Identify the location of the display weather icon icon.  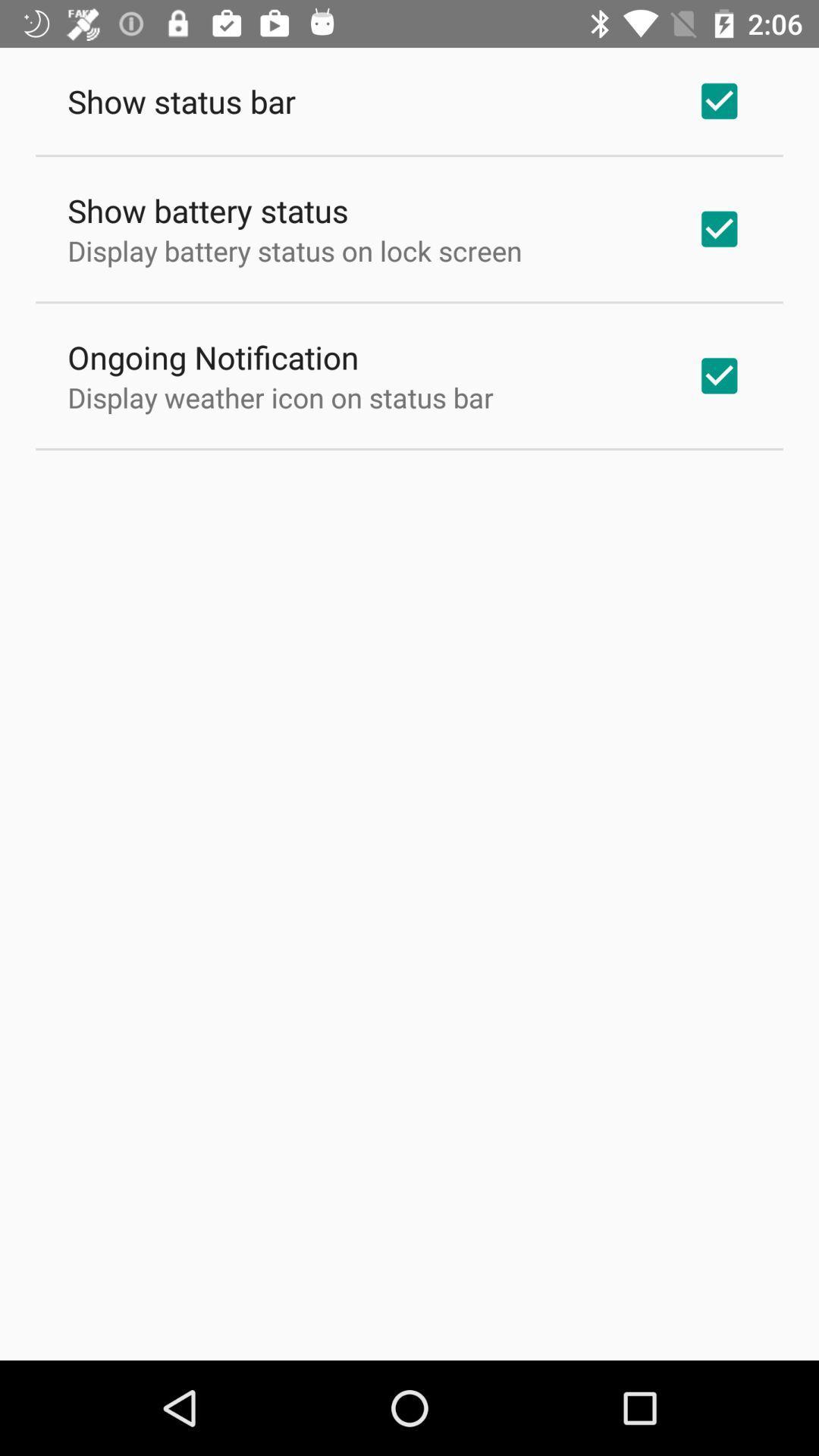
(281, 397).